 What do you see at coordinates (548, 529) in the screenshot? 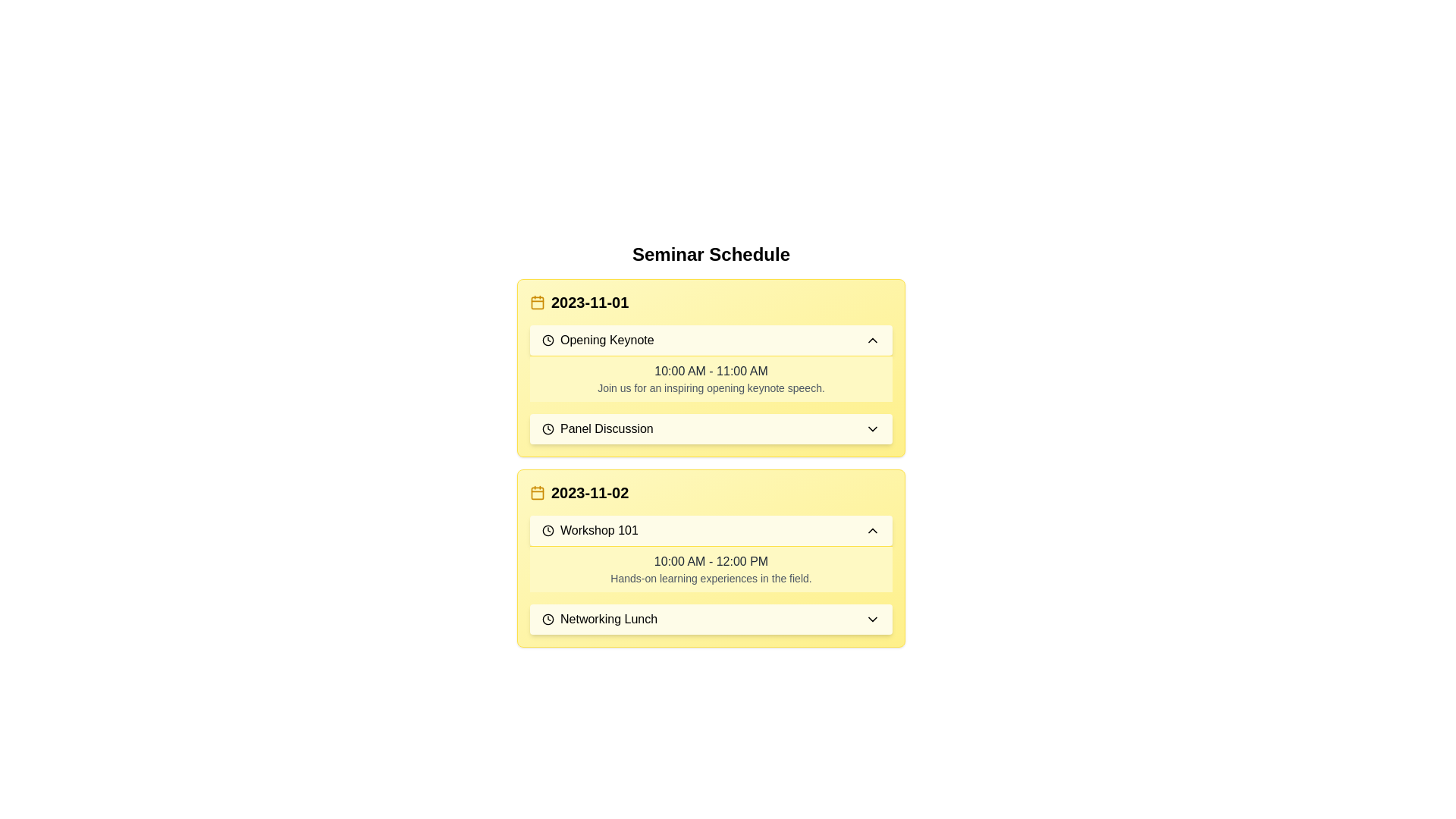
I see `the clock icon located near the 'Workshop 101' text, which is a minimalist outlined circle with a clock hand inside` at bounding box center [548, 529].